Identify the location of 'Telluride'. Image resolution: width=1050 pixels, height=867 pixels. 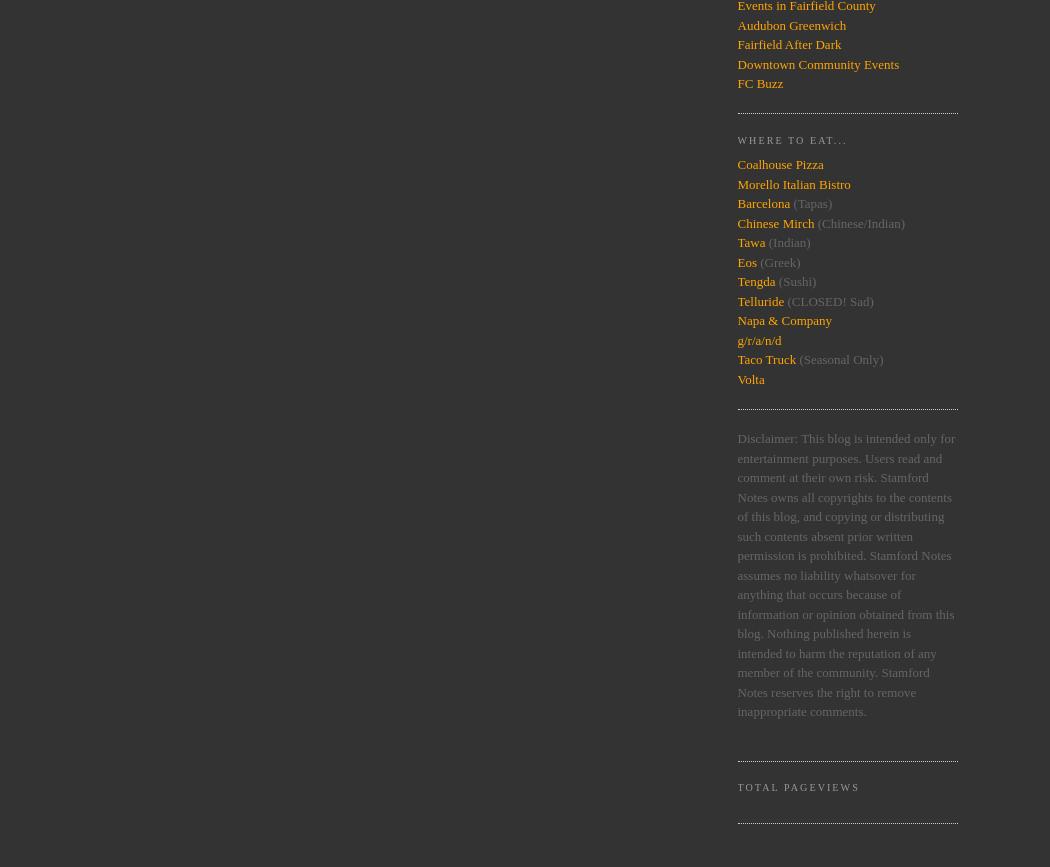
(760, 300).